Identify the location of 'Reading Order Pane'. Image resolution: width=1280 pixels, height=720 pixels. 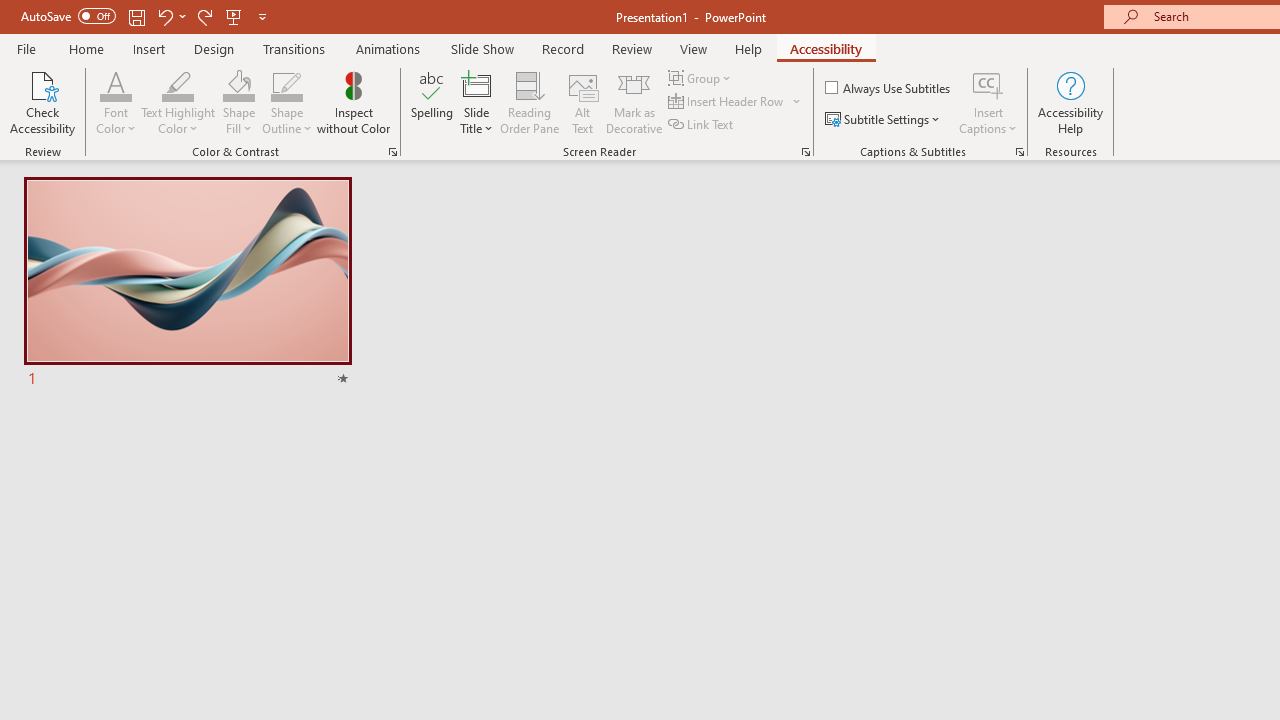
(529, 103).